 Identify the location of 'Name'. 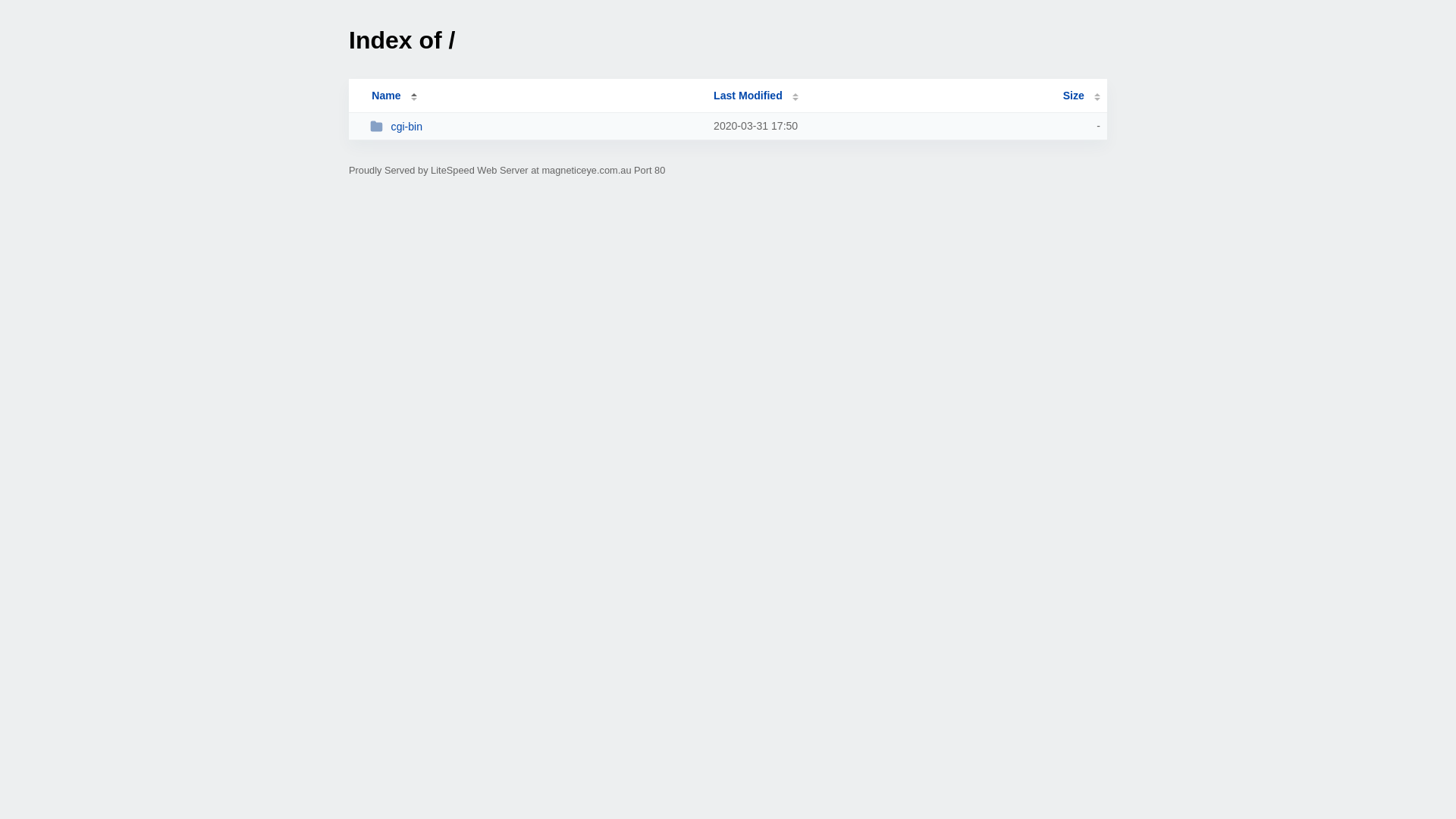
(385, 96).